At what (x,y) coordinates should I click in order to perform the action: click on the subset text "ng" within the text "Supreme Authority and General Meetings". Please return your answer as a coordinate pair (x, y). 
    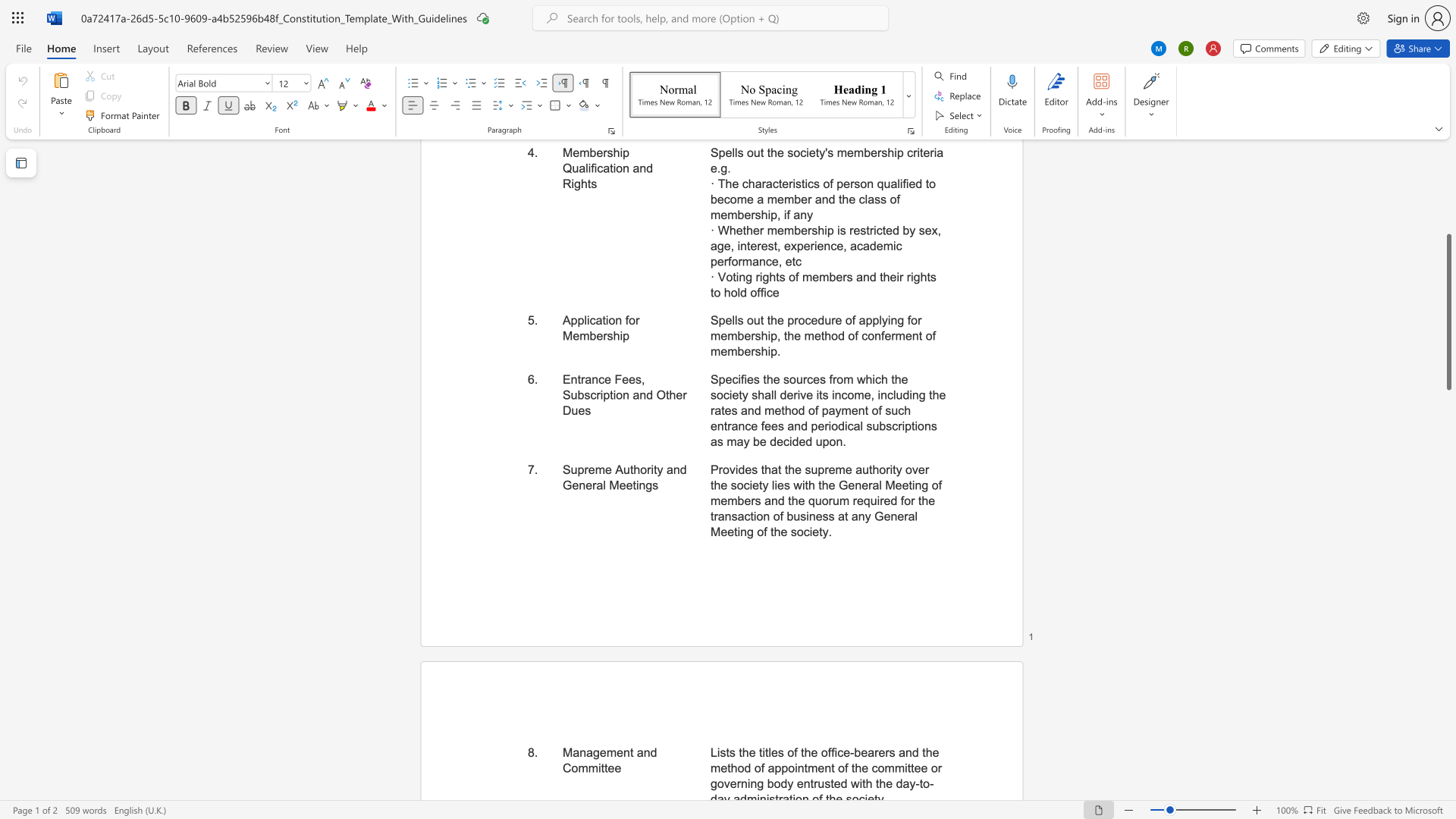
    Looking at the image, I should click on (639, 485).